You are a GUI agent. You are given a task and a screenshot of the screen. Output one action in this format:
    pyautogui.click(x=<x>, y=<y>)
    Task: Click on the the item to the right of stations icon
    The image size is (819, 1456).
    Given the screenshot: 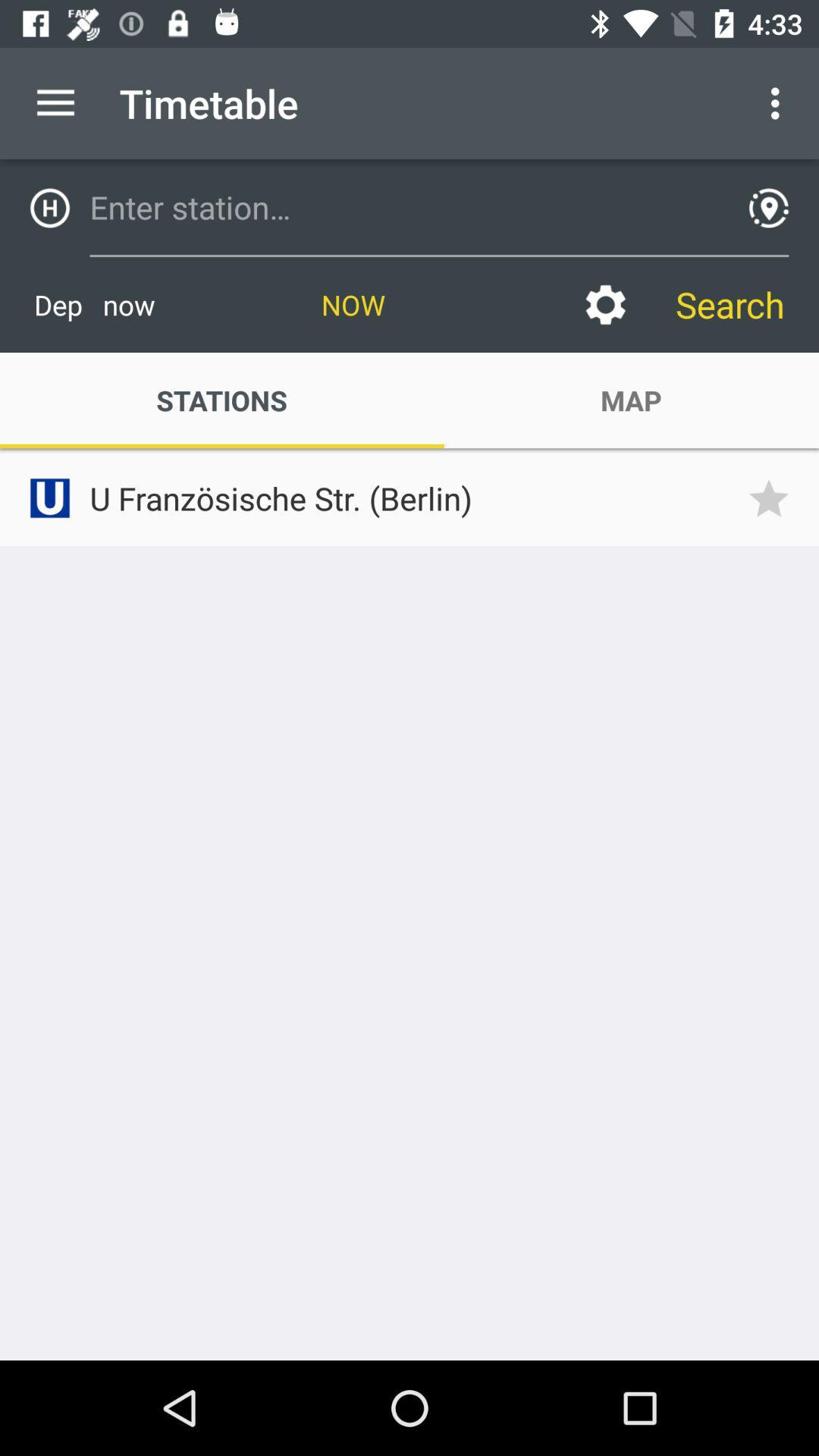 What is the action you would take?
    pyautogui.click(x=631, y=400)
    